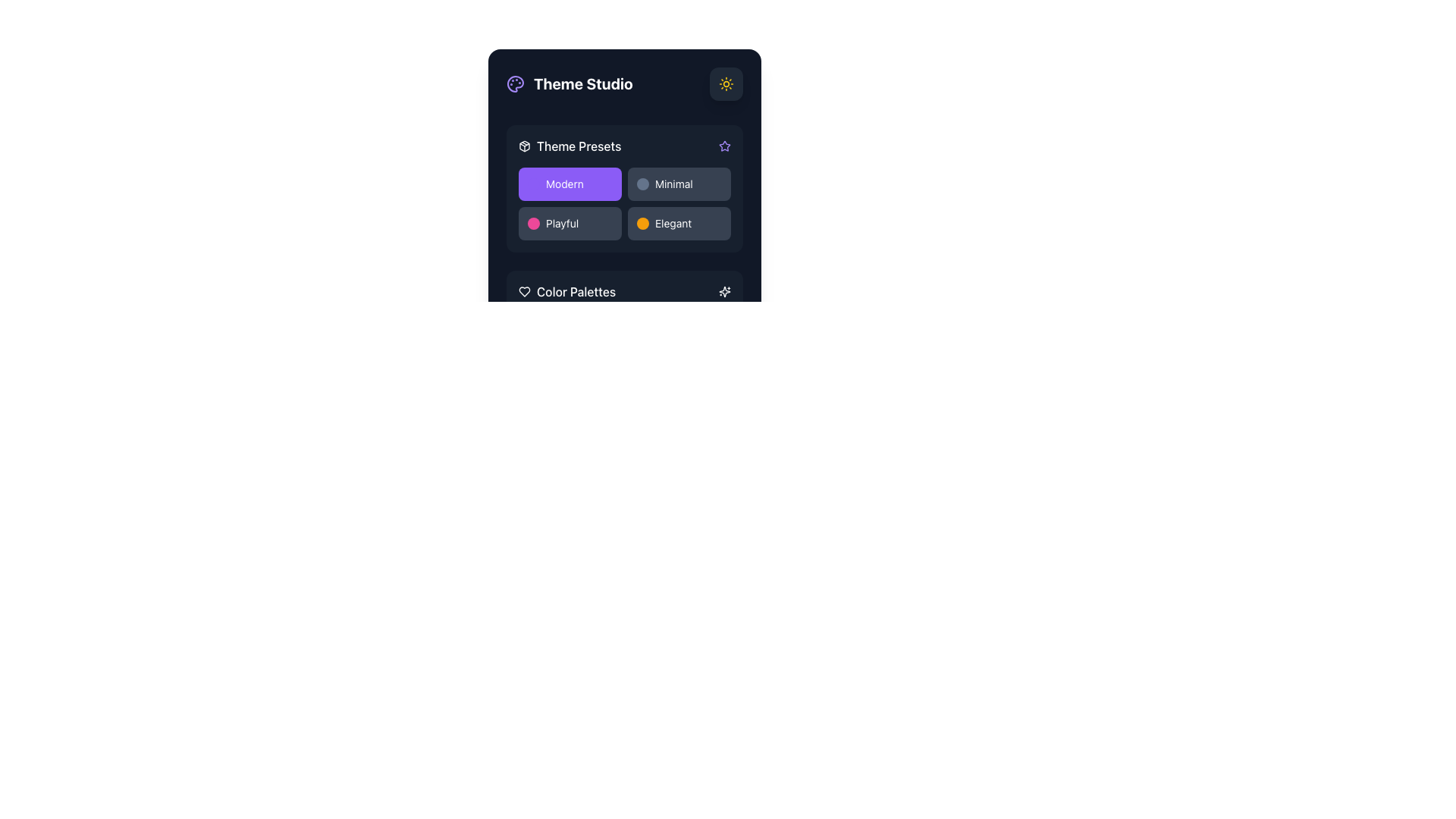 This screenshot has height=819, width=1456. What do you see at coordinates (723, 146) in the screenshot?
I see `the visual indicator icon located at the top-right corner of the Theme Presets section` at bounding box center [723, 146].